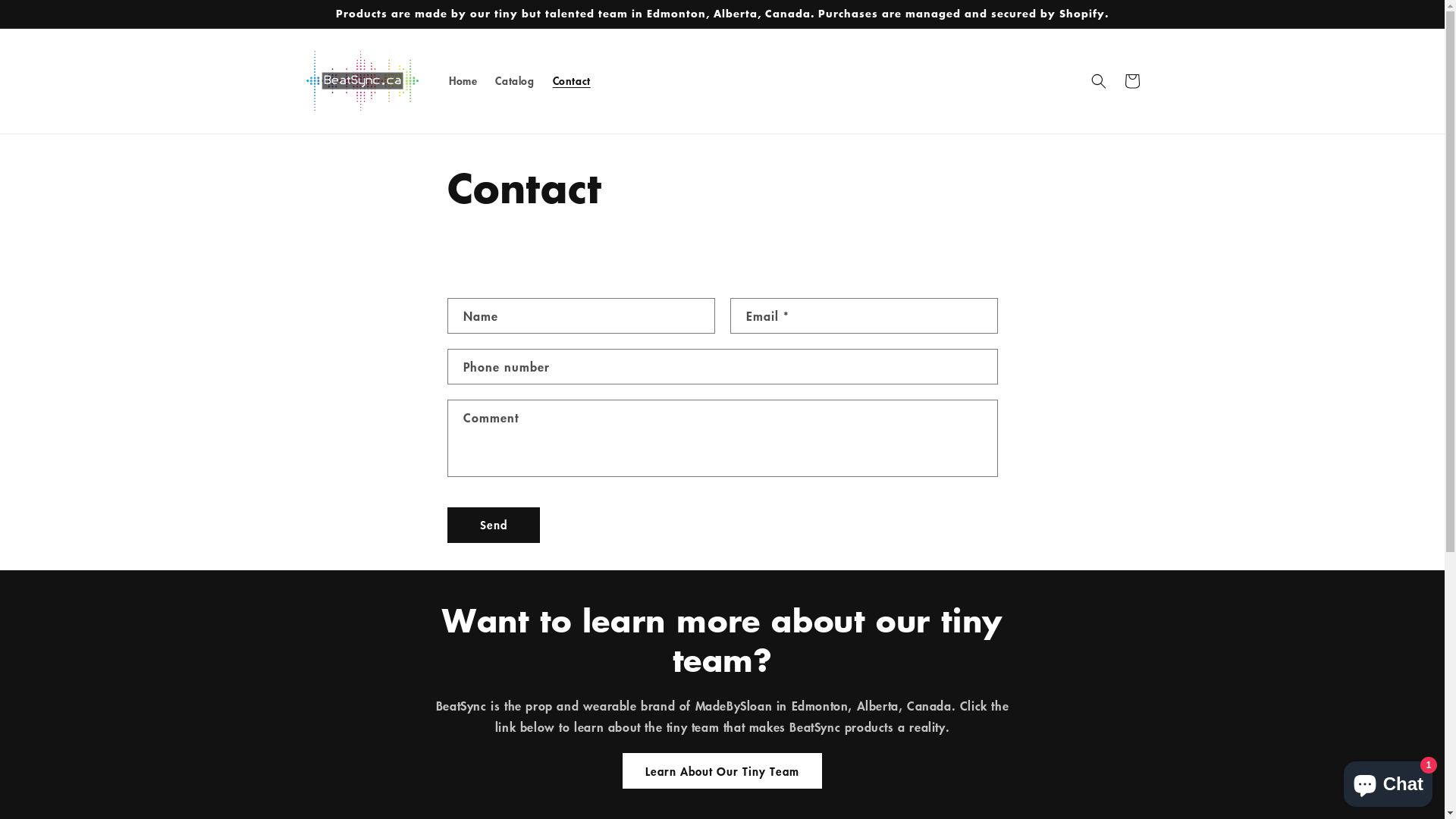  What do you see at coordinates (439, 81) in the screenshot?
I see `'Home'` at bounding box center [439, 81].